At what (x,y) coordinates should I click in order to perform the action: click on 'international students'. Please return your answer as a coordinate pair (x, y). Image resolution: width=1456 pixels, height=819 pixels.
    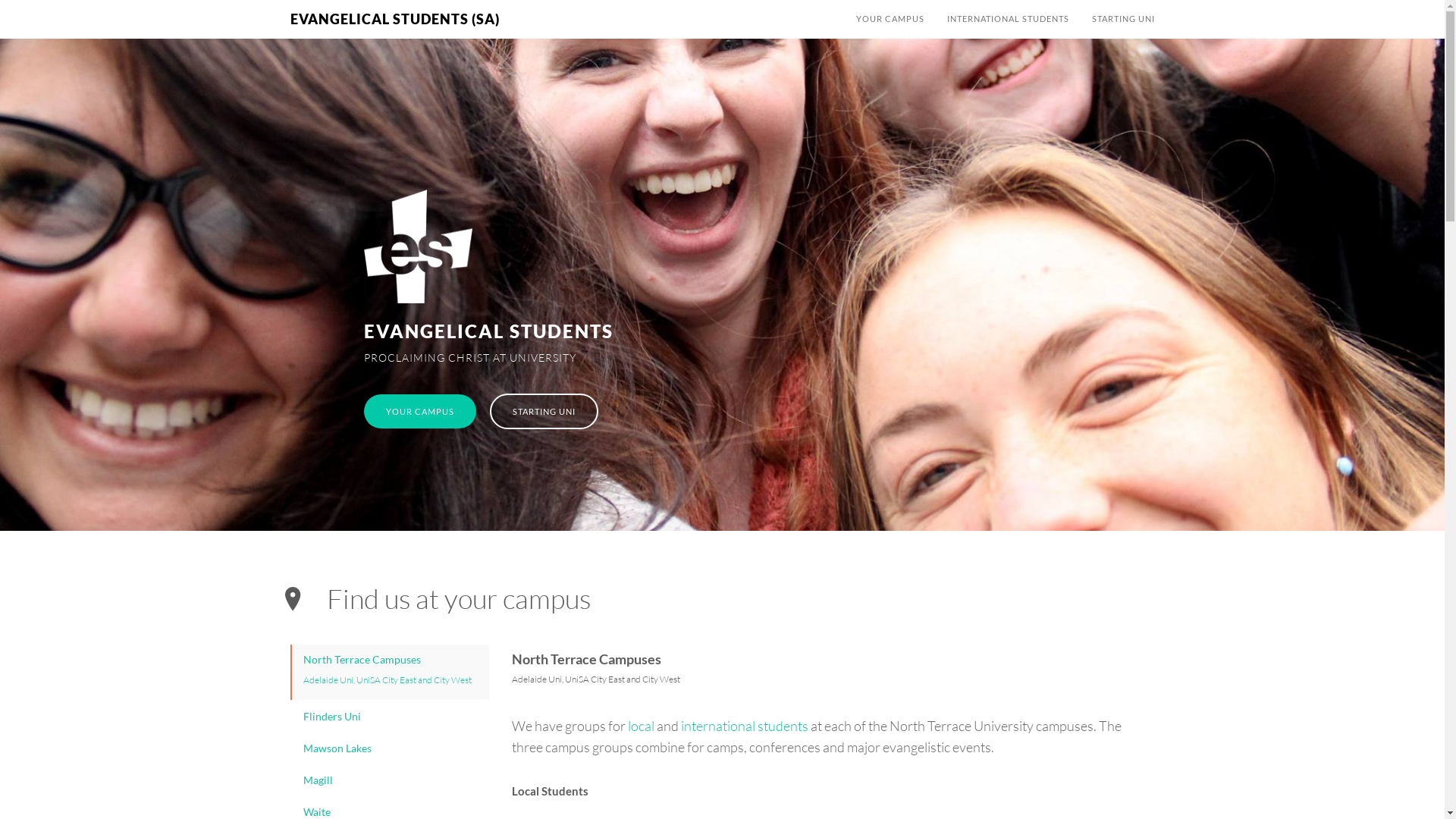
    Looking at the image, I should click on (745, 724).